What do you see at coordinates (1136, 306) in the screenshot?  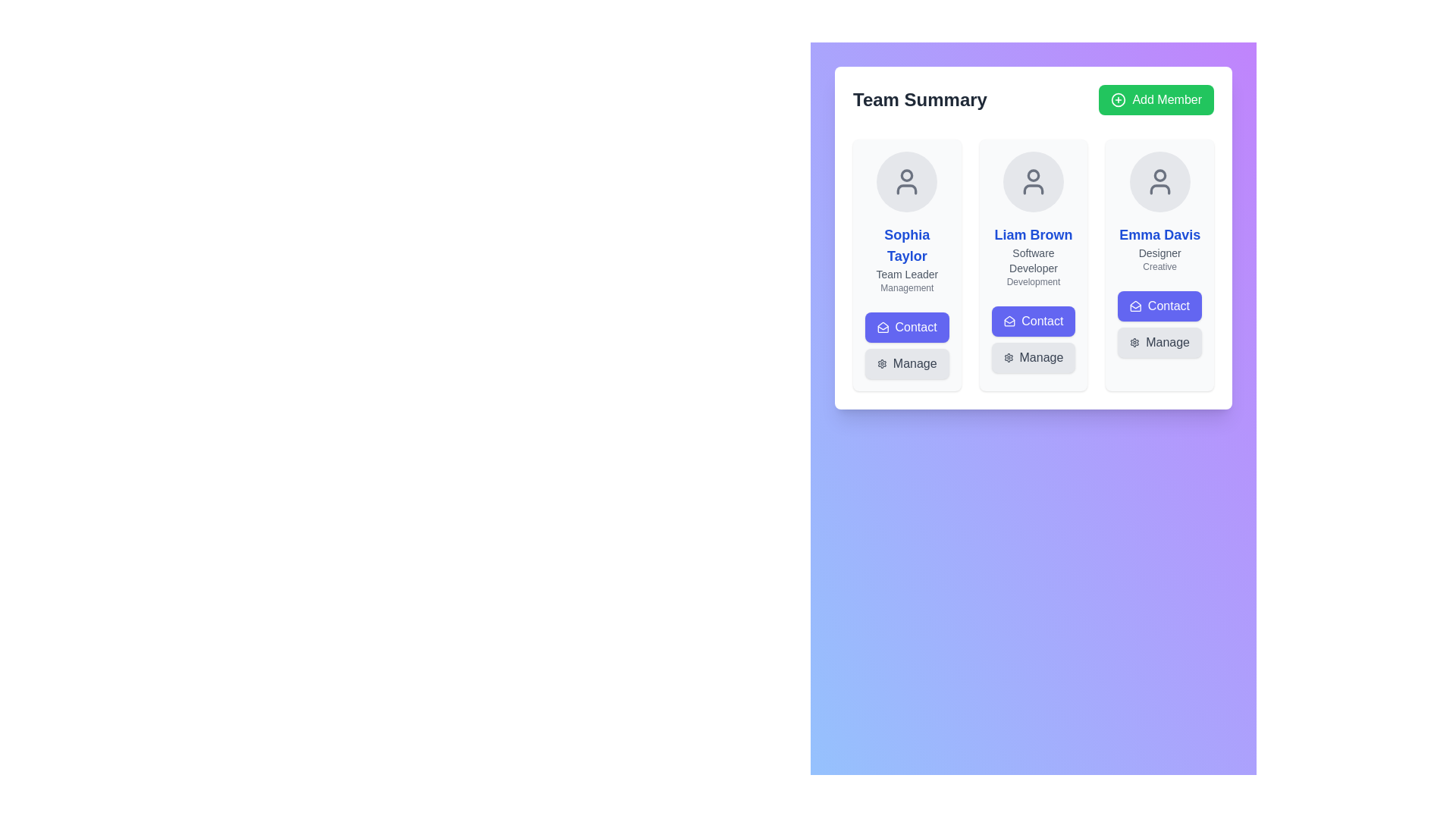 I see `the mail icon shaped like an envelope located in the lower section of Emma Davis's card, next to the 'Contact' button` at bounding box center [1136, 306].